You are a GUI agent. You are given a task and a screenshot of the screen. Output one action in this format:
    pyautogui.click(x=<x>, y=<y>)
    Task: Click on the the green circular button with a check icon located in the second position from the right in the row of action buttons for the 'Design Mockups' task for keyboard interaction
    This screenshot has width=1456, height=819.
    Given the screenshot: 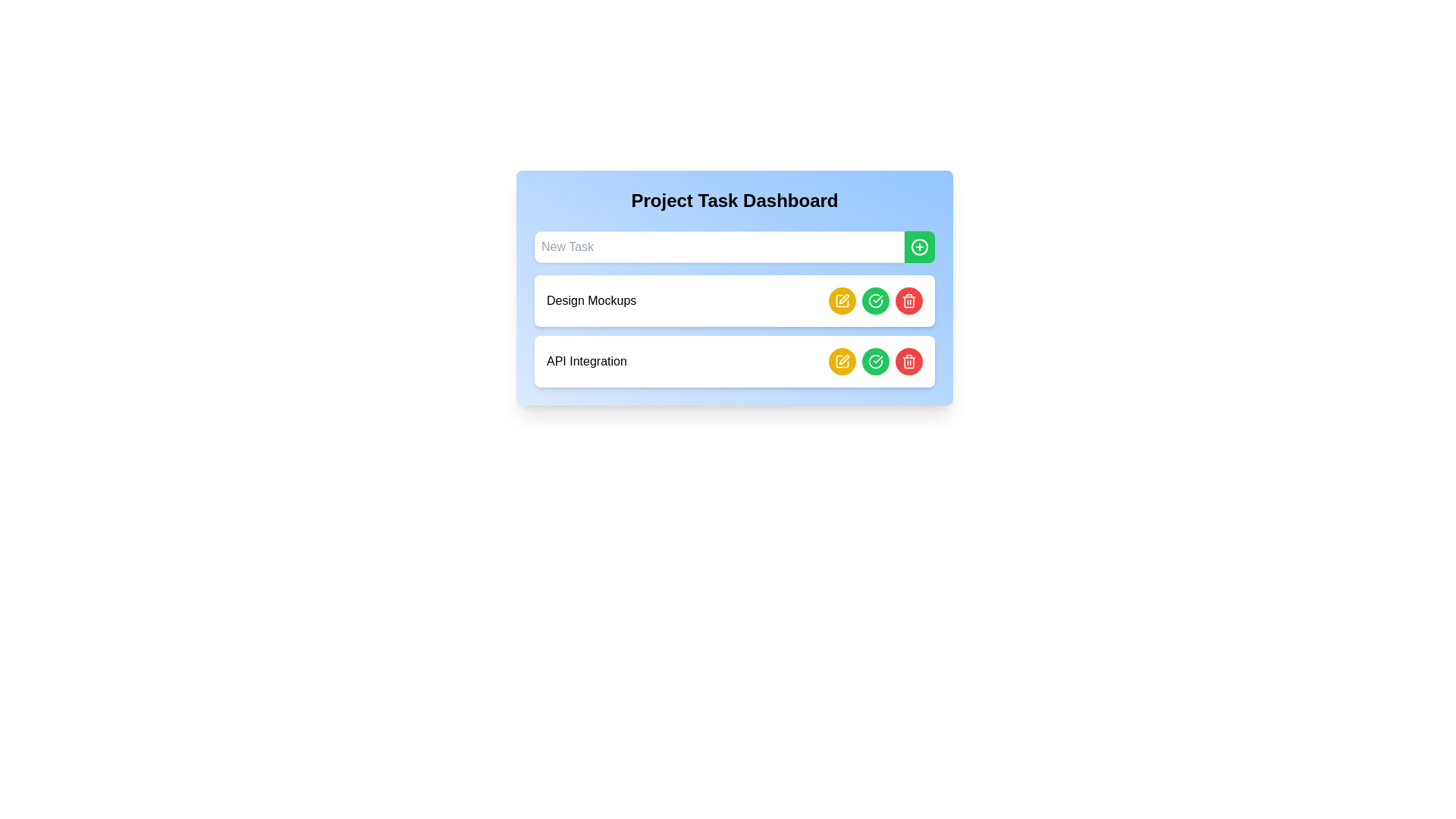 What is the action you would take?
    pyautogui.click(x=876, y=301)
    